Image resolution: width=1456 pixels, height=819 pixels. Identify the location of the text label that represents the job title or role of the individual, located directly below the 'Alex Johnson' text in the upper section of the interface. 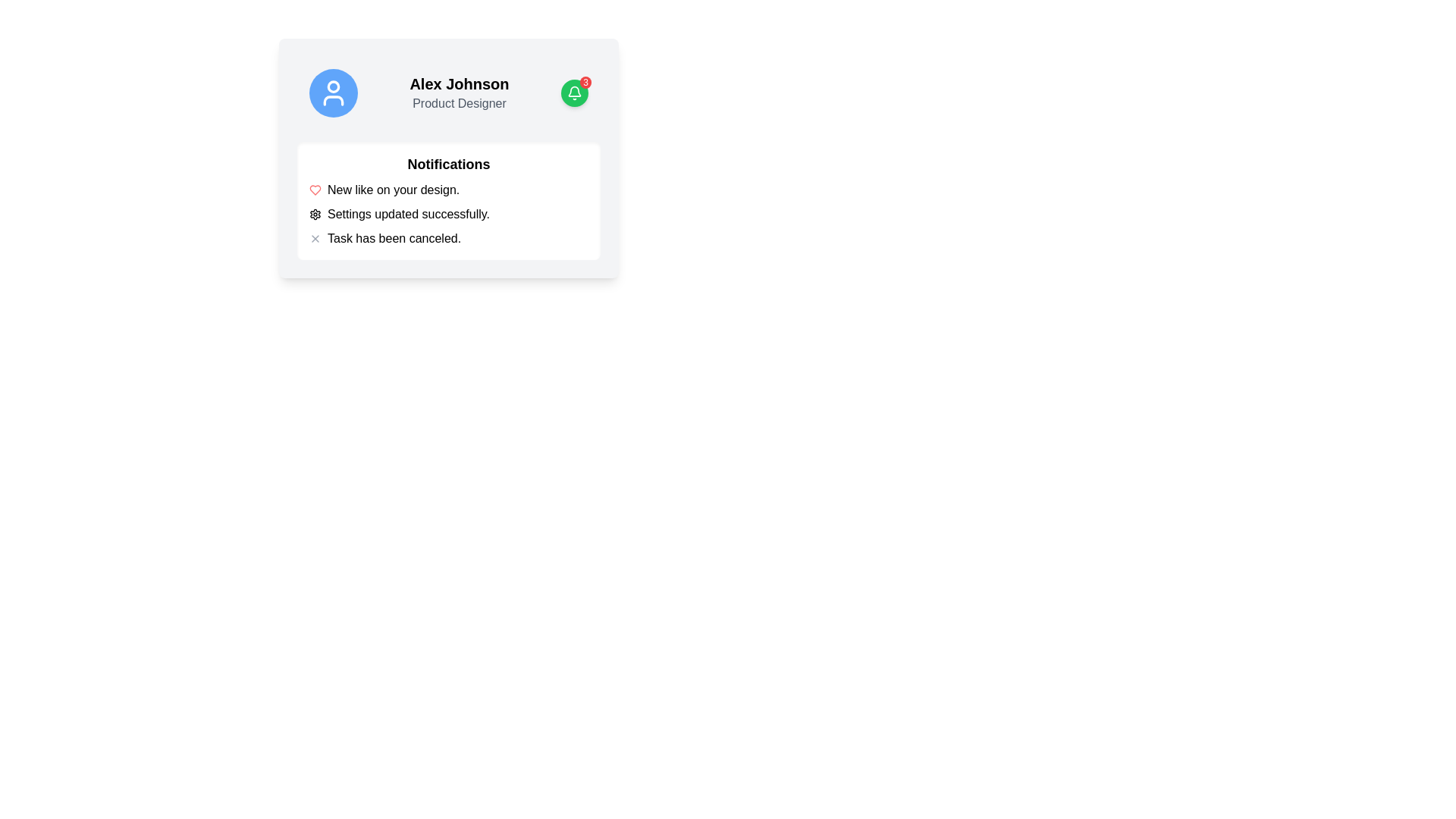
(458, 103).